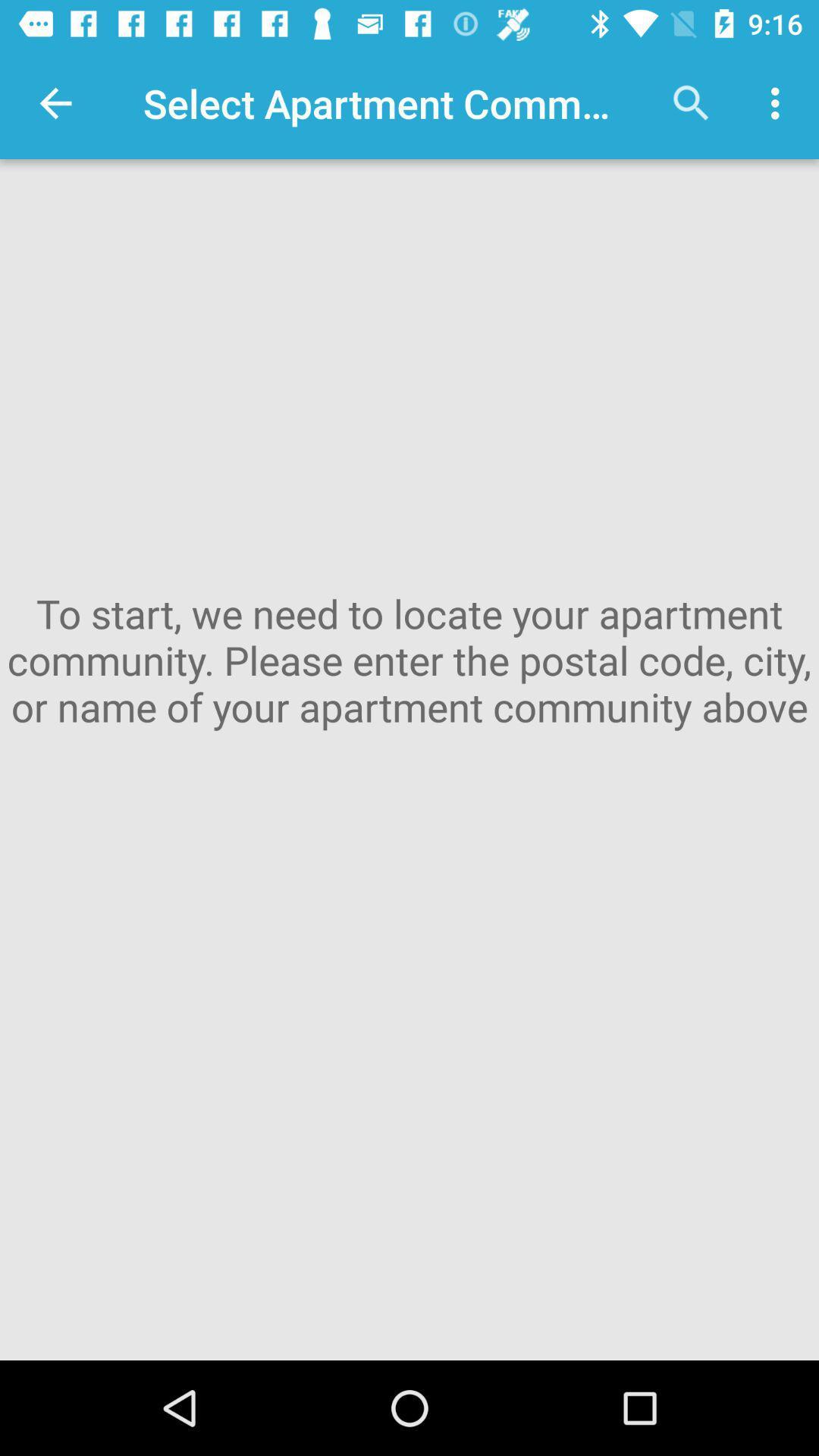 Image resolution: width=819 pixels, height=1456 pixels. What do you see at coordinates (55, 102) in the screenshot?
I see `icon next to select apartment community icon` at bounding box center [55, 102].